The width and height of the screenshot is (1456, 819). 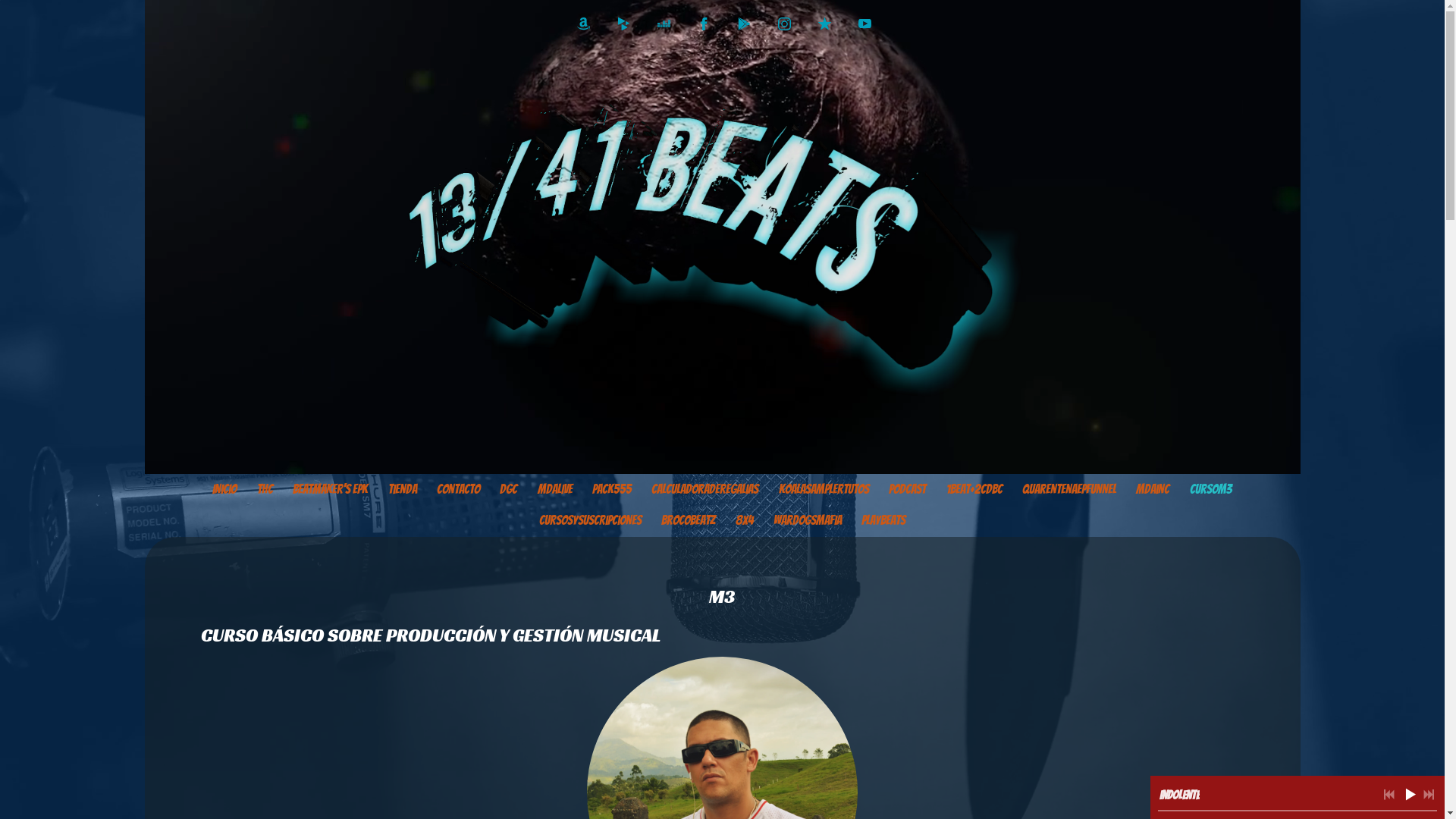 I want to click on 'QuarentenaEPfunnel', so click(x=1012, y=489).